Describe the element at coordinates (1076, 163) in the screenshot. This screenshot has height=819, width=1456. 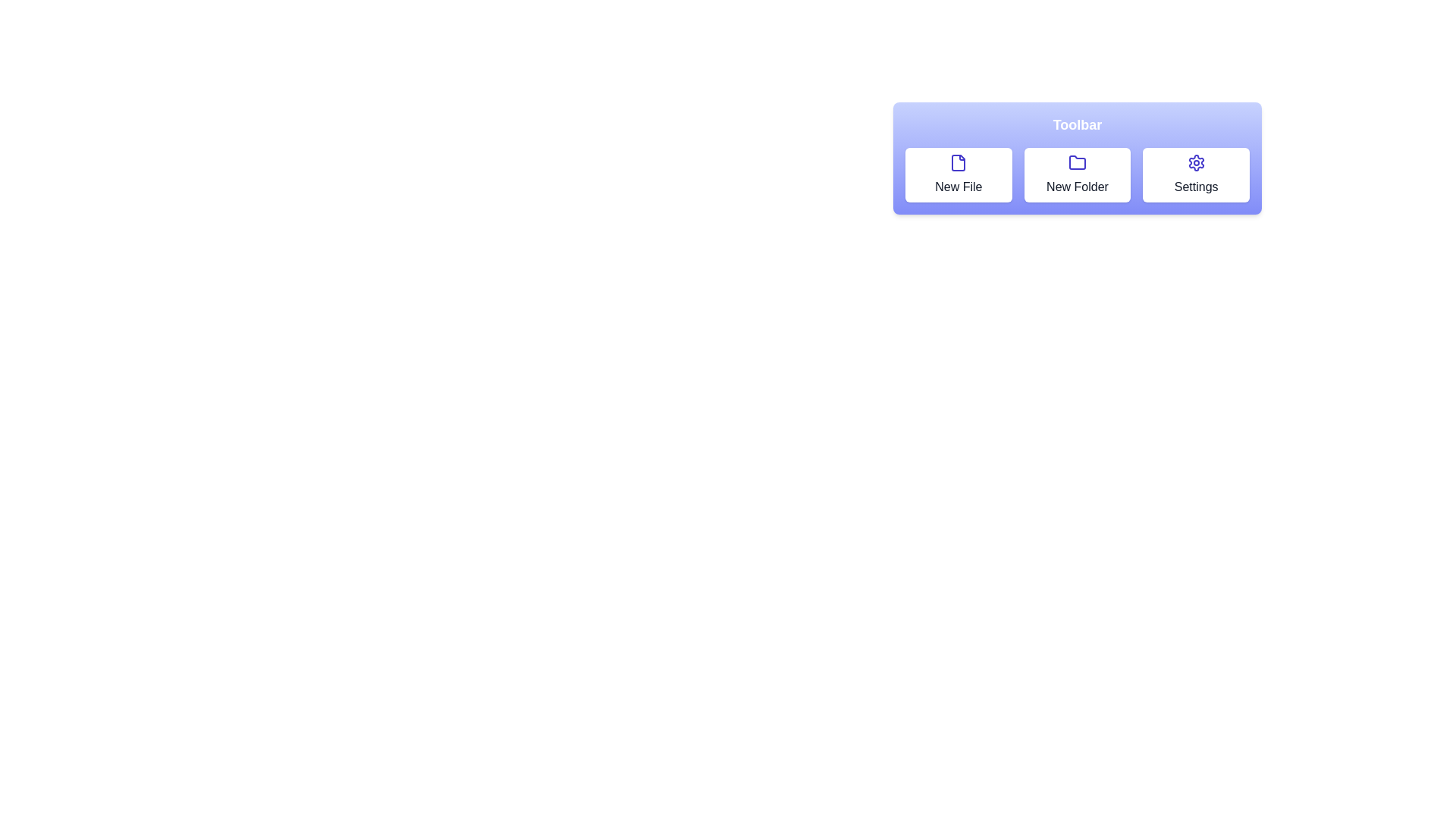
I see `the folder management icon located in the toolbar to invoke folder-related actions` at that location.